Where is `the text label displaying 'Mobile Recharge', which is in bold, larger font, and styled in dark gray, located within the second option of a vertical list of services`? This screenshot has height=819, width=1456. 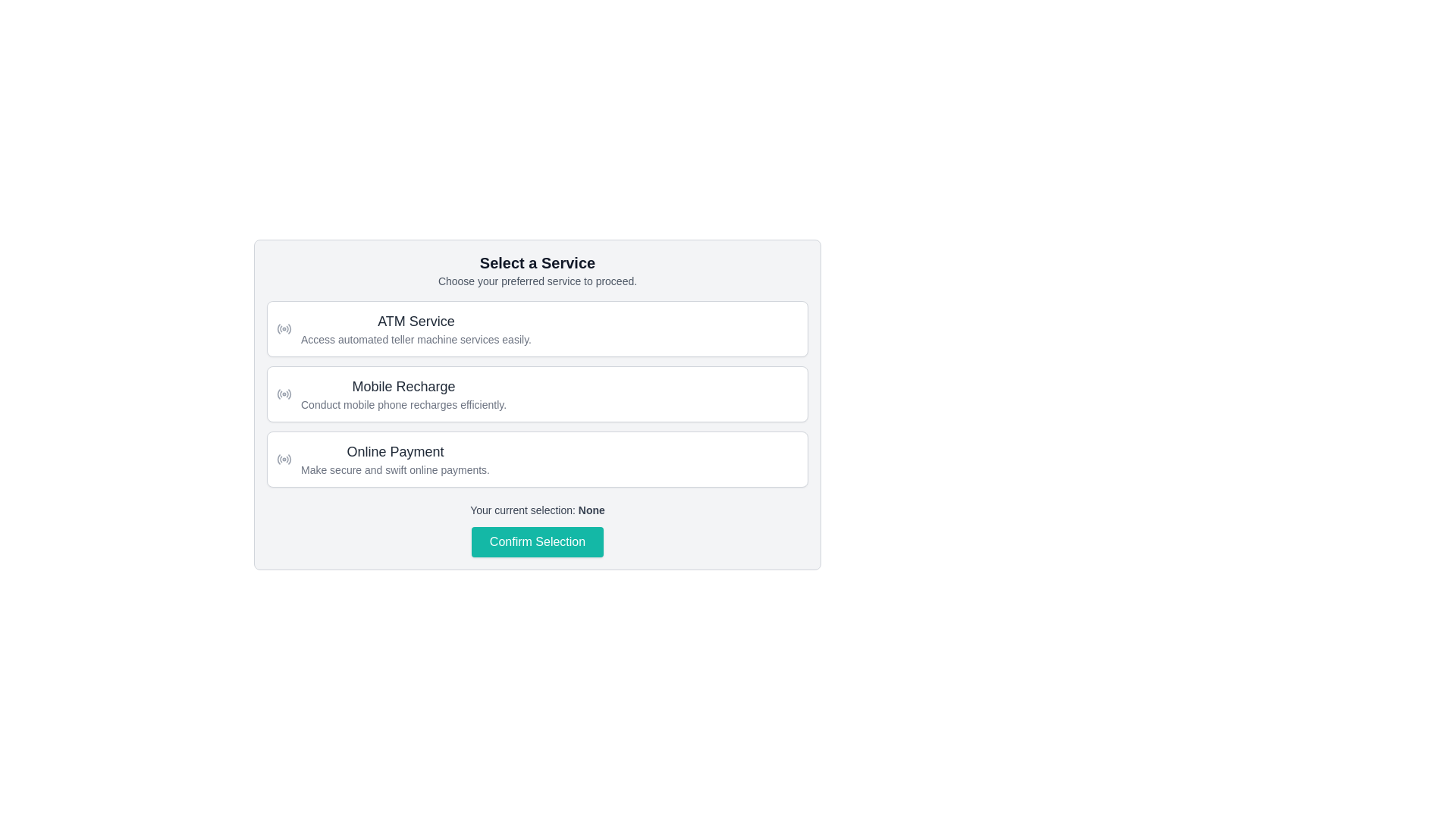
the text label displaying 'Mobile Recharge', which is in bold, larger font, and styled in dark gray, located within the second option of a vertical list of services is located at coordinates (403, 385).